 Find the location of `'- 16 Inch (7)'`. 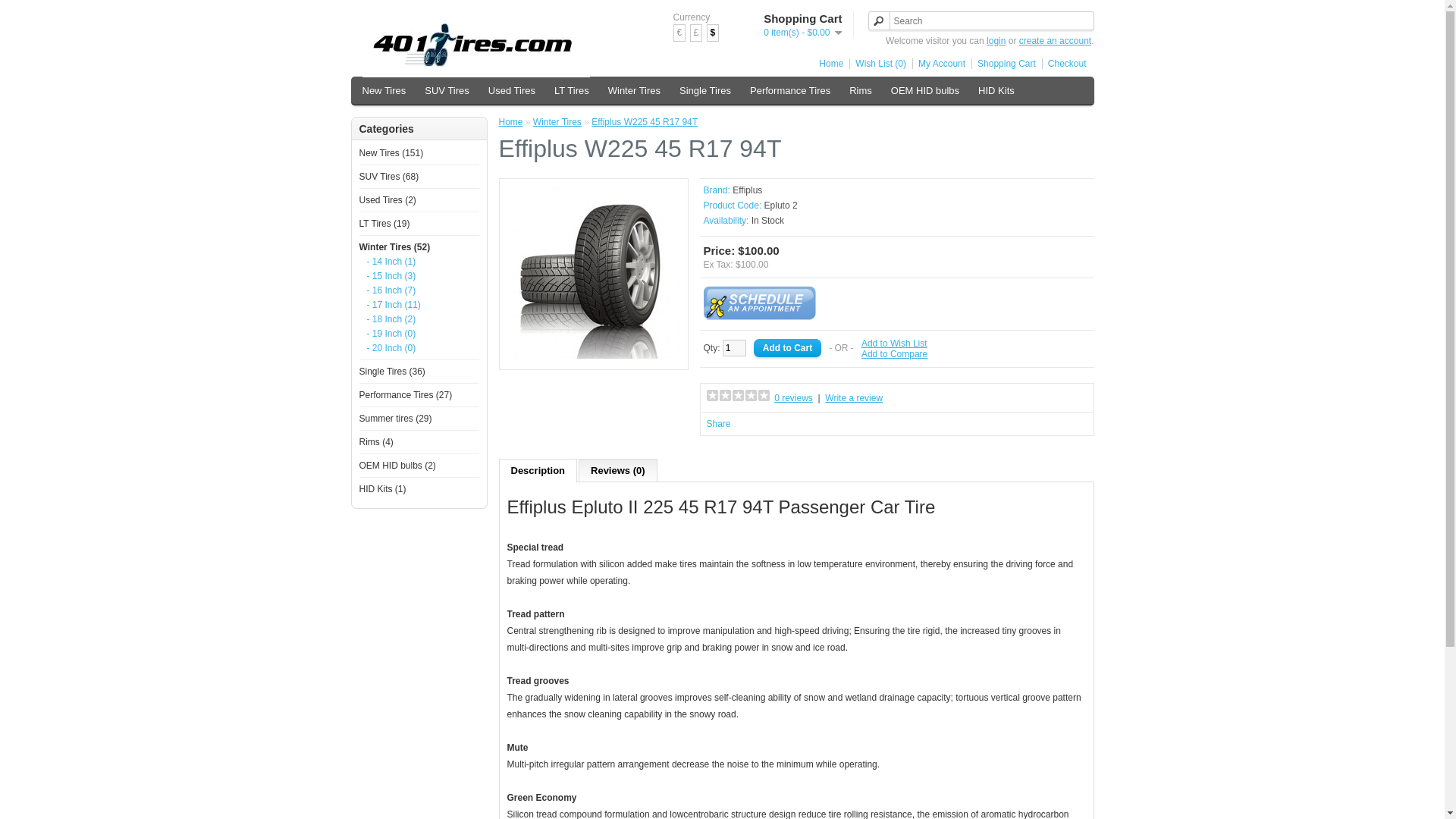

'- 16 Inch (7)' is located at coordinates (418, 290).